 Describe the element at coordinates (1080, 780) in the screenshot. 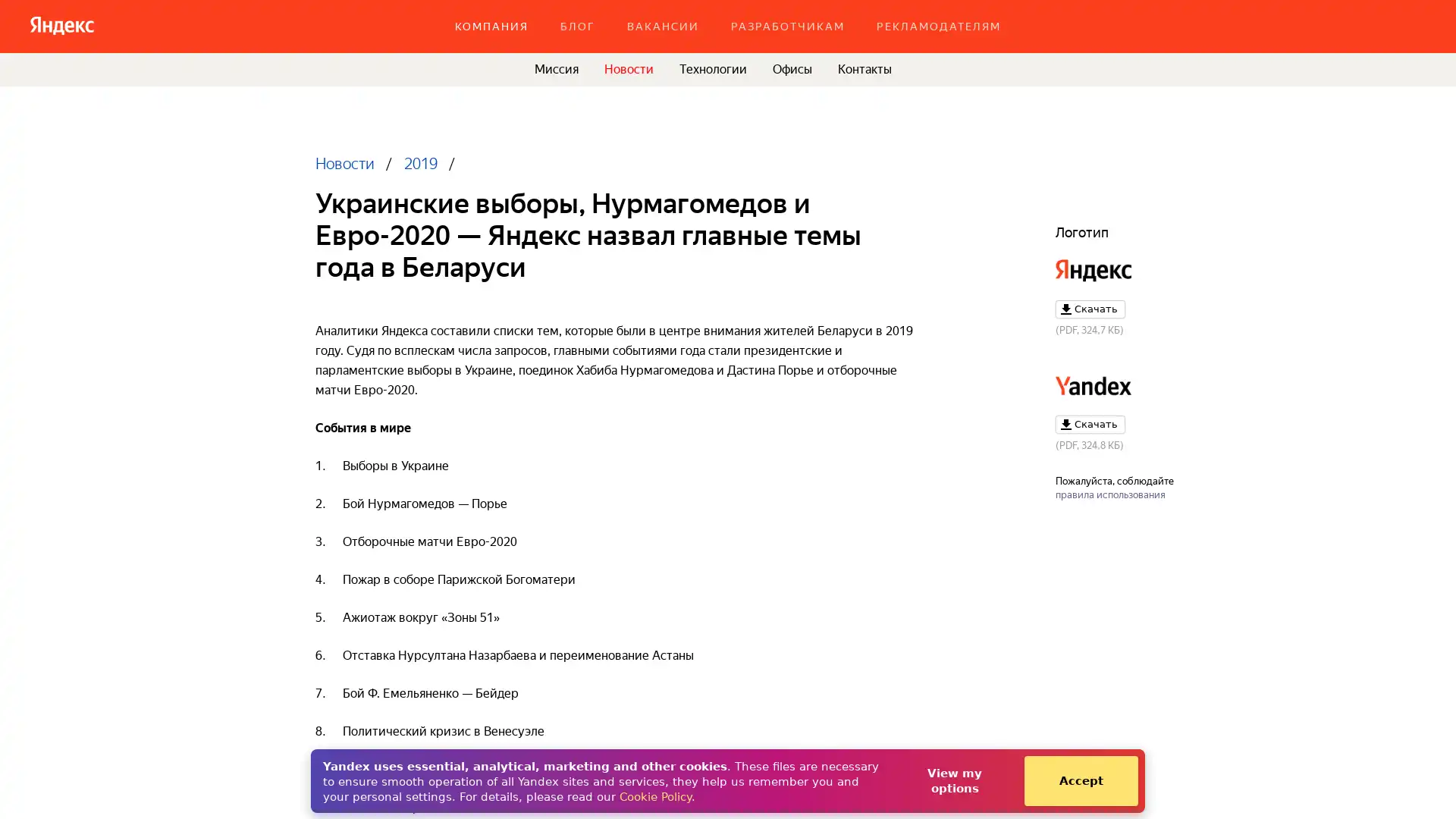

I see `Accept` at that location.